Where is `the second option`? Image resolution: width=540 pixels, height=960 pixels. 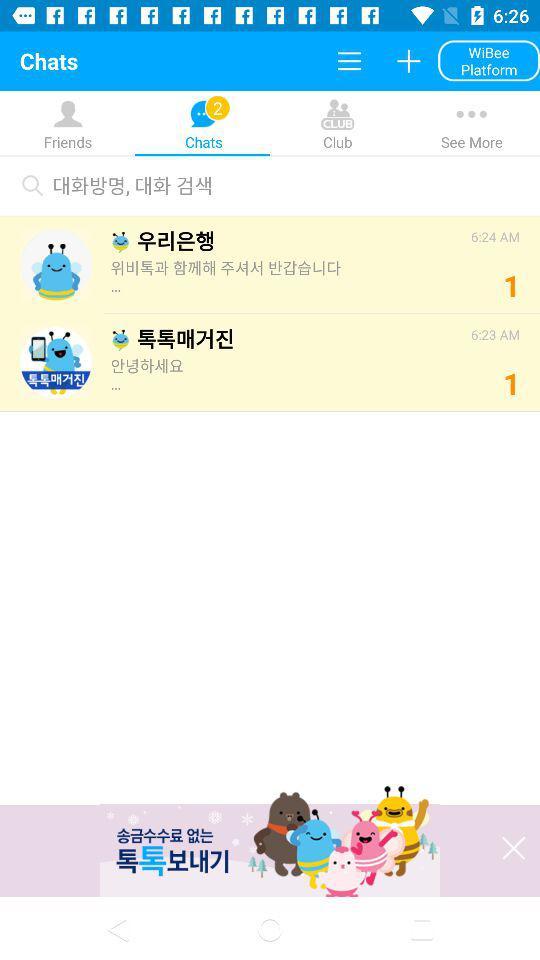
the second option is located at coordinates (270, 360).